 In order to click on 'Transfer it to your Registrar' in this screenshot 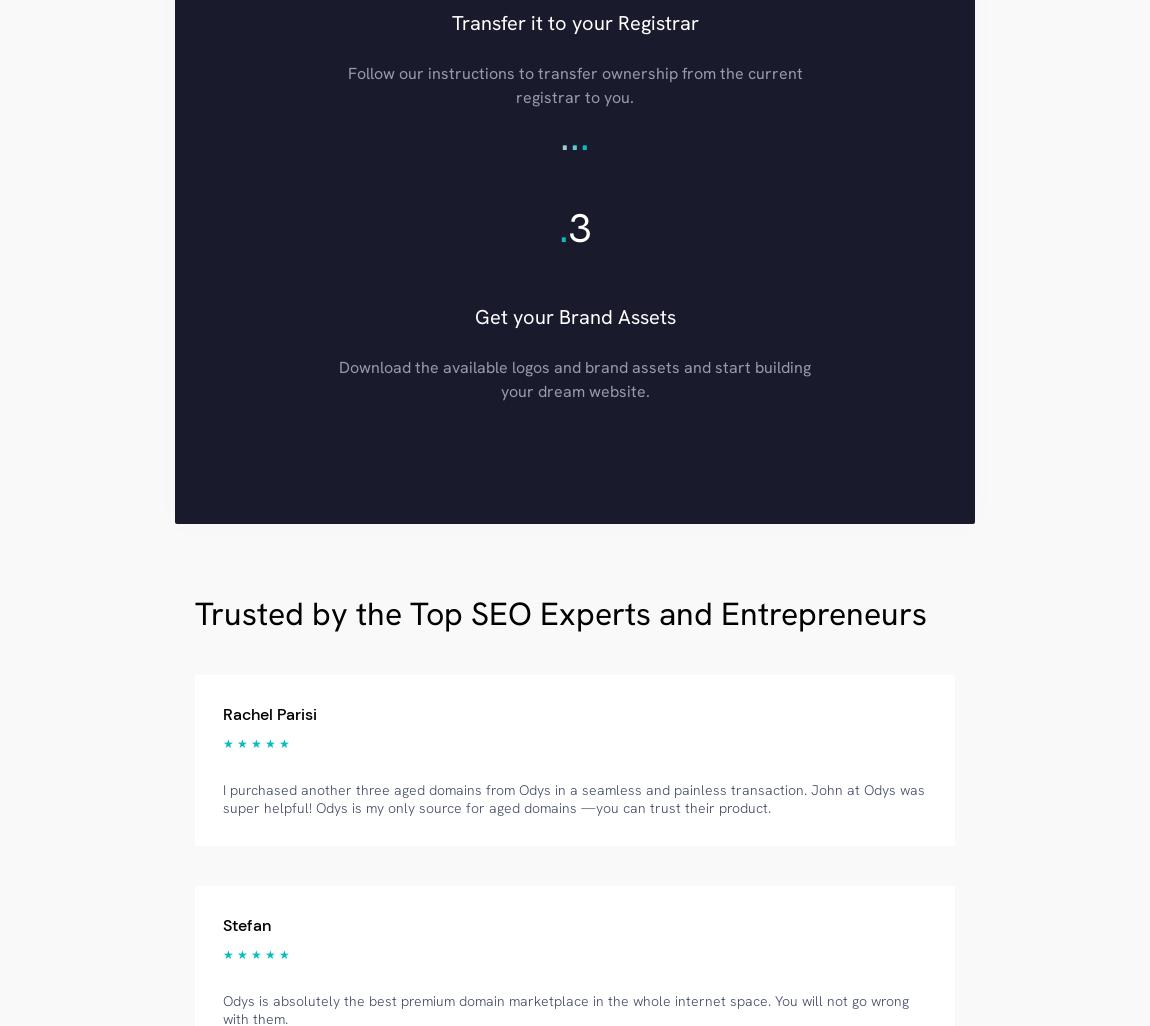, I will do `click(574, 21)`.